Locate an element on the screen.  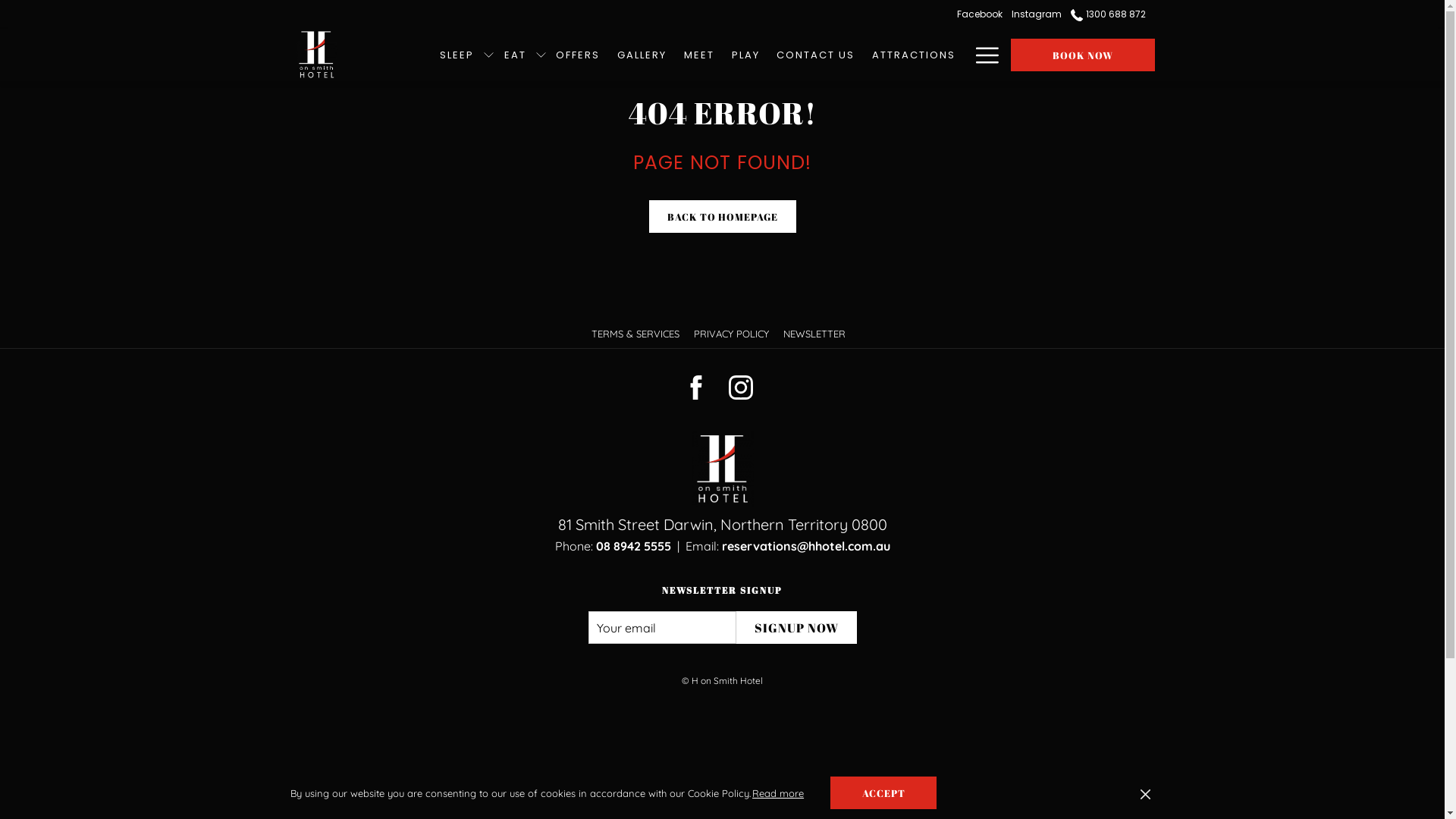
'SIGNUP NOW' is located at coordinates (795, 627).